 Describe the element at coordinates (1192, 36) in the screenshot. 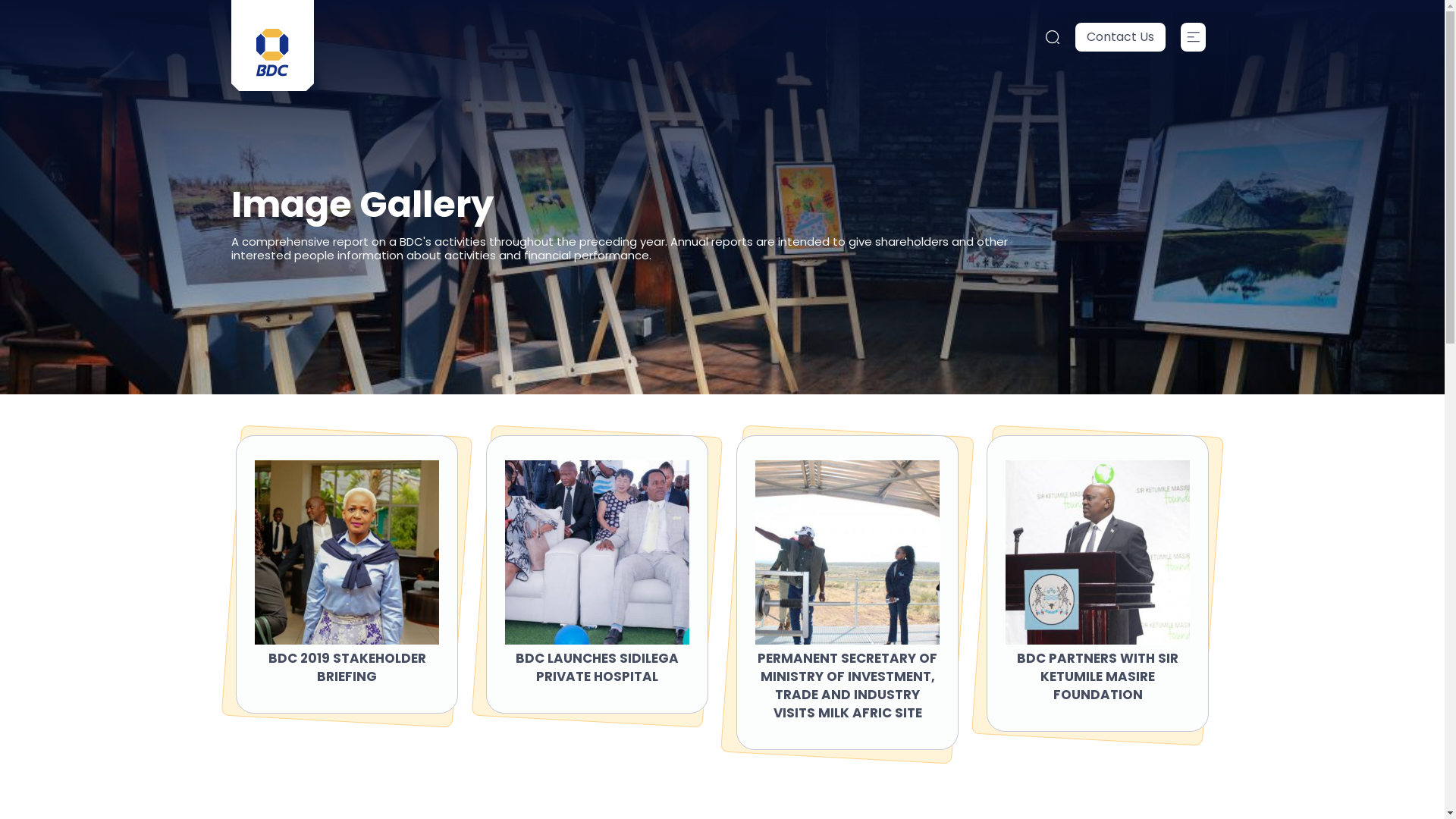

I see `'.'` at that location.